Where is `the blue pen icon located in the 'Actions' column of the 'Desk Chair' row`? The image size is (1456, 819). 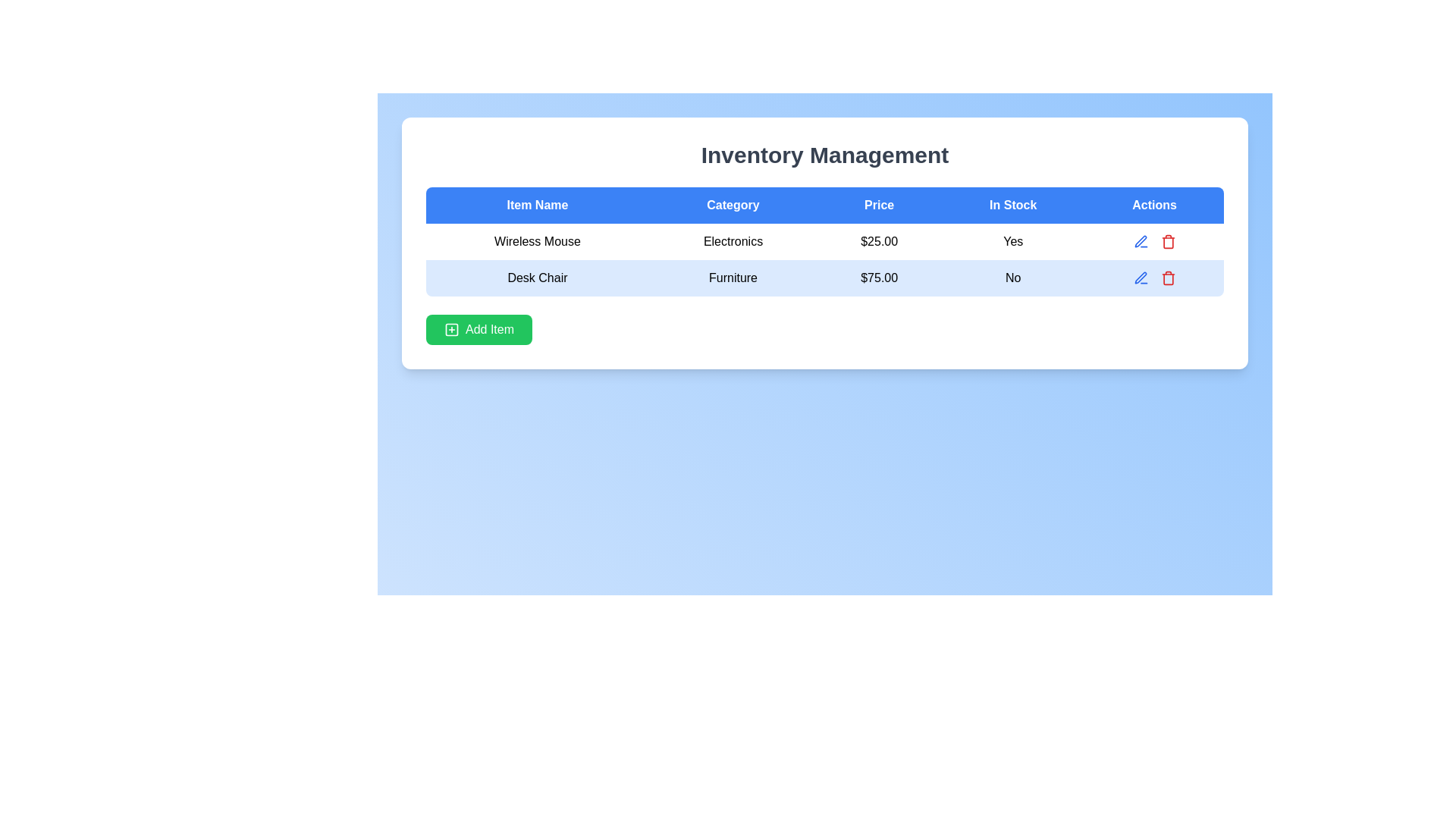
the blue pen icon located in the 'Actions' column of the 'Desk Chair' row is located at coordinates (1141, 241).